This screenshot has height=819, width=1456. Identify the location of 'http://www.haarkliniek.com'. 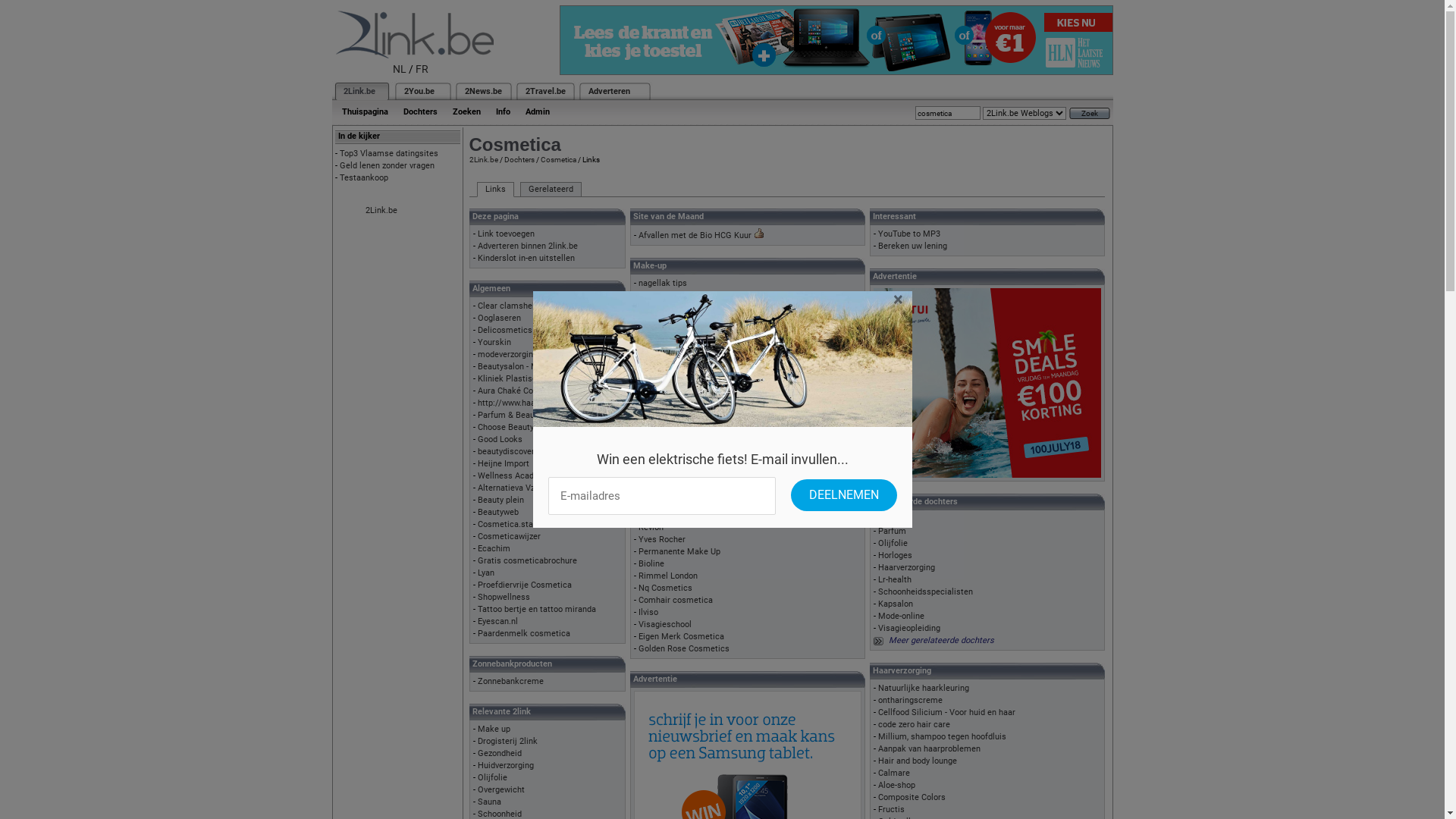
(476, 402).